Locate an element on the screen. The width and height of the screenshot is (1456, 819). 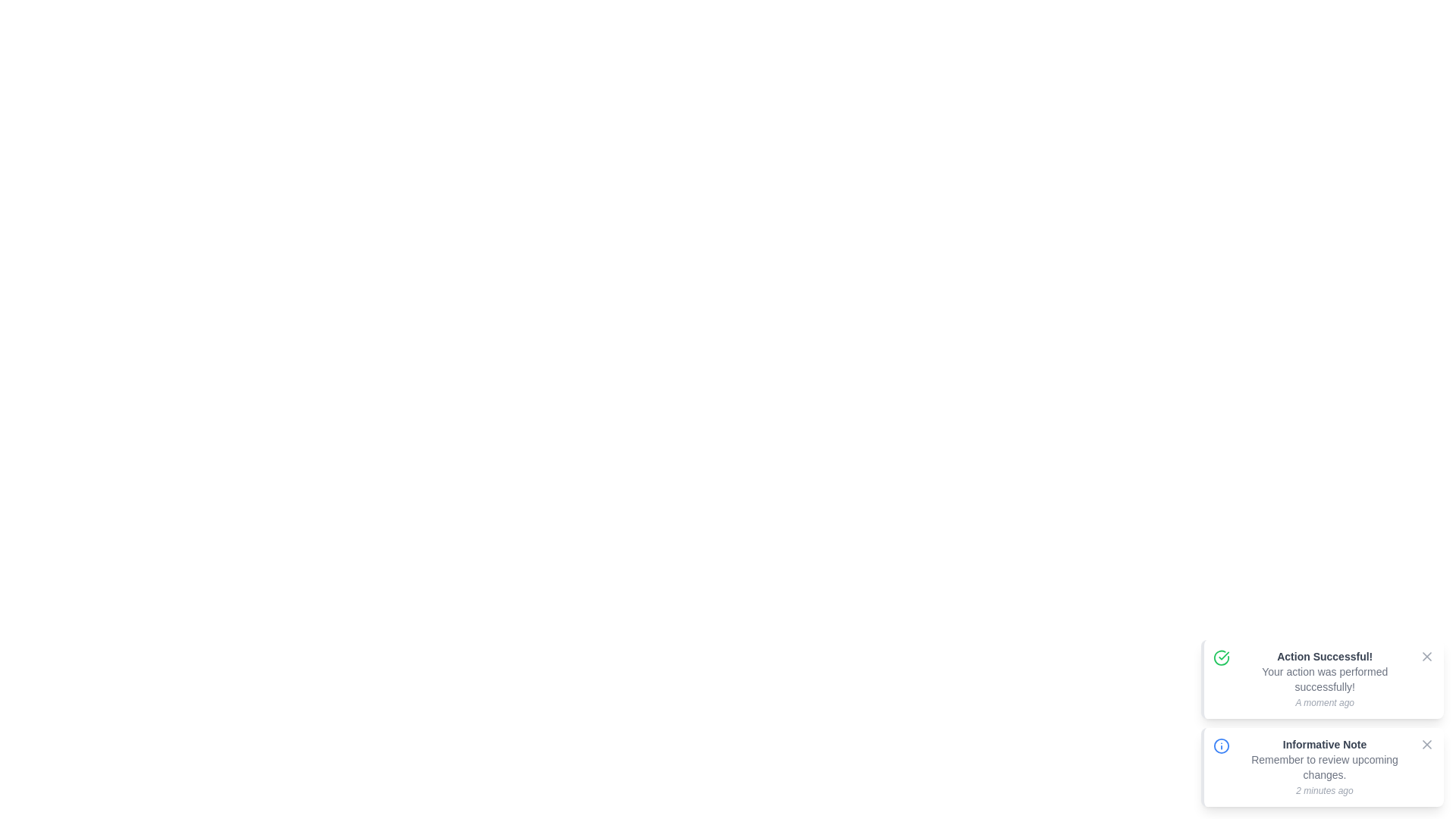
the notification of type info is located at coordinates (1222, 745).